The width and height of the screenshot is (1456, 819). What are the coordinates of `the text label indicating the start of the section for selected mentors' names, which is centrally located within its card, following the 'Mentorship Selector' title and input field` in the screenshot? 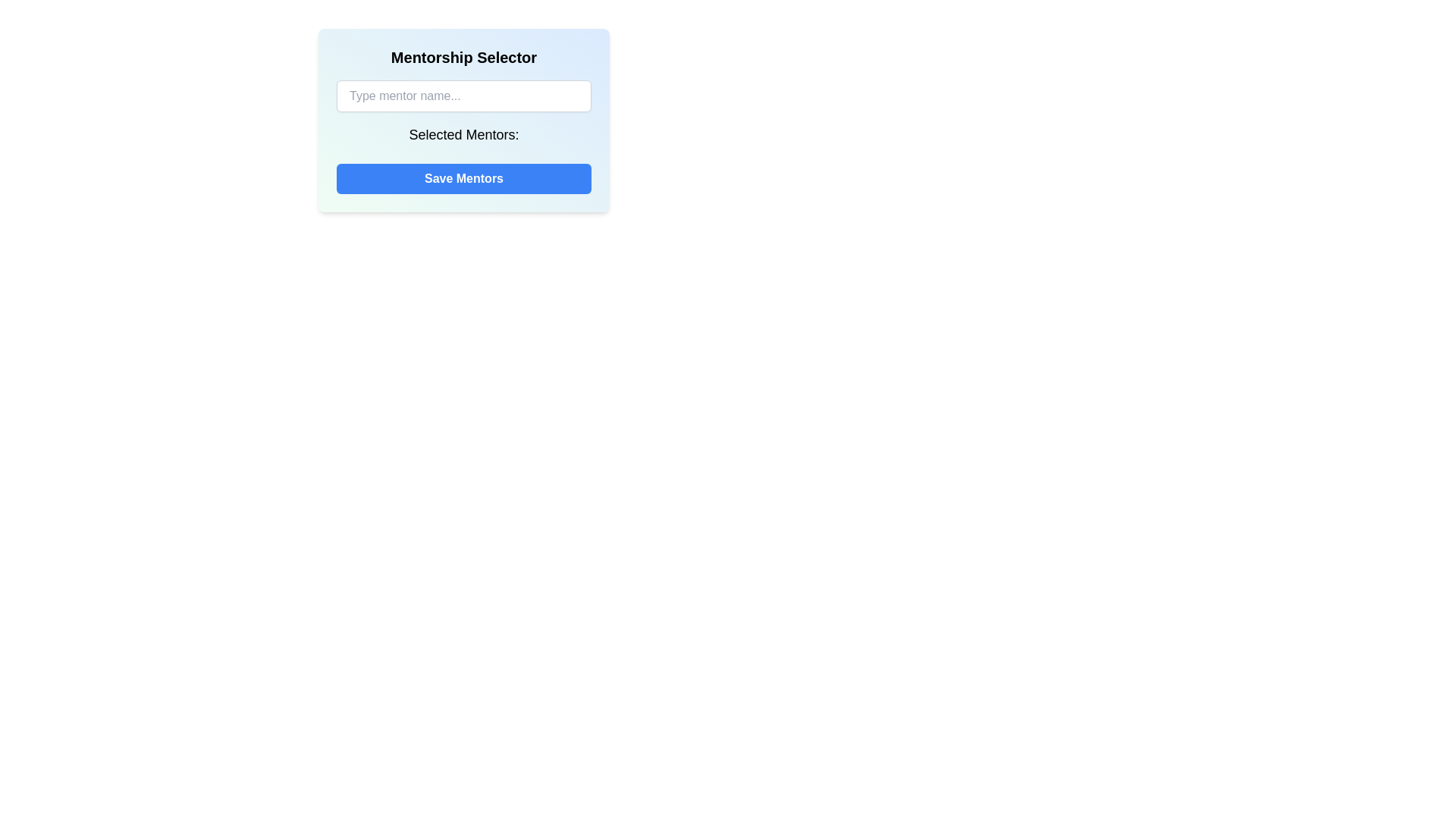 It's located at (463, 137).